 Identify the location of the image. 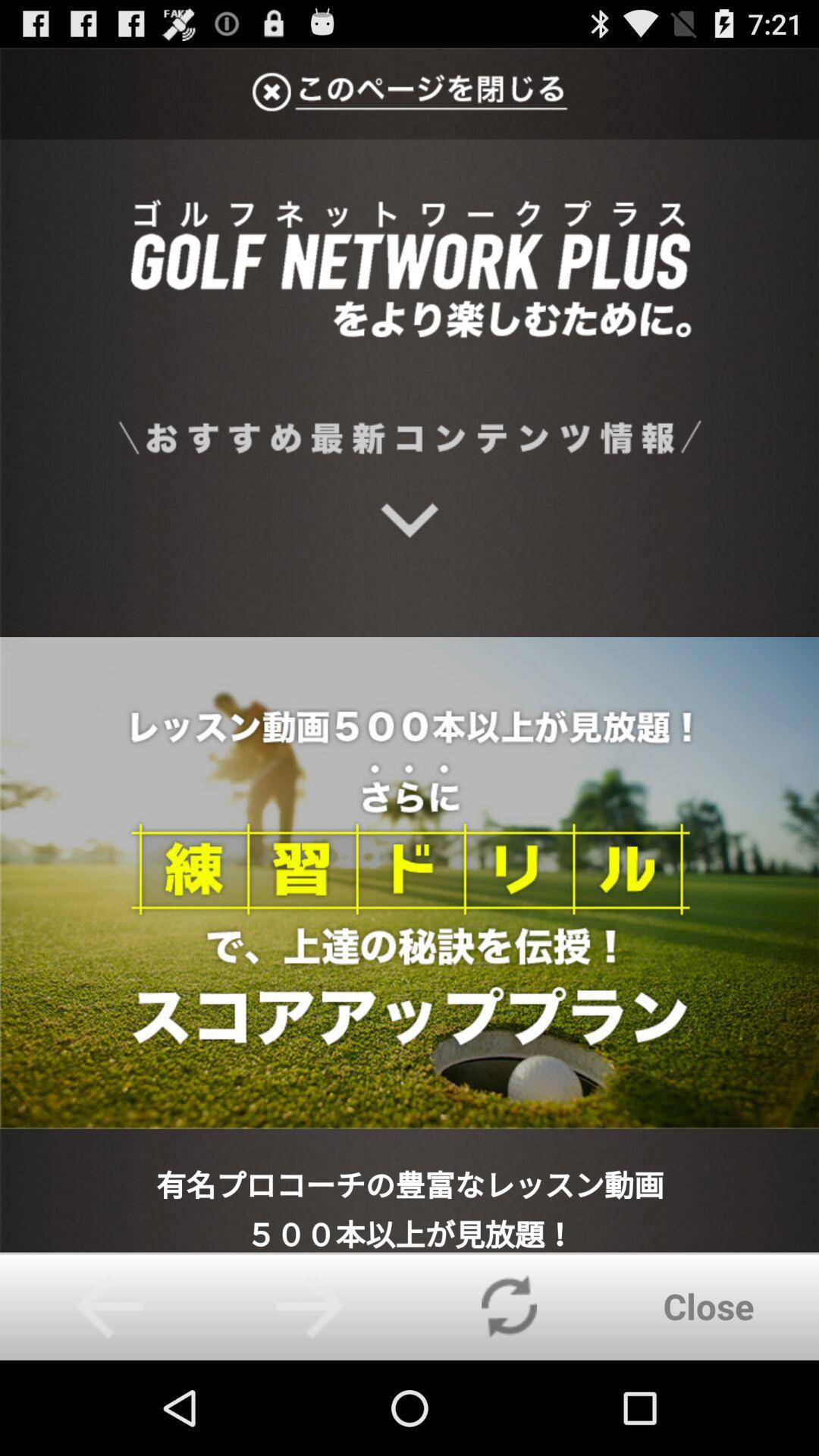
(409, 650).